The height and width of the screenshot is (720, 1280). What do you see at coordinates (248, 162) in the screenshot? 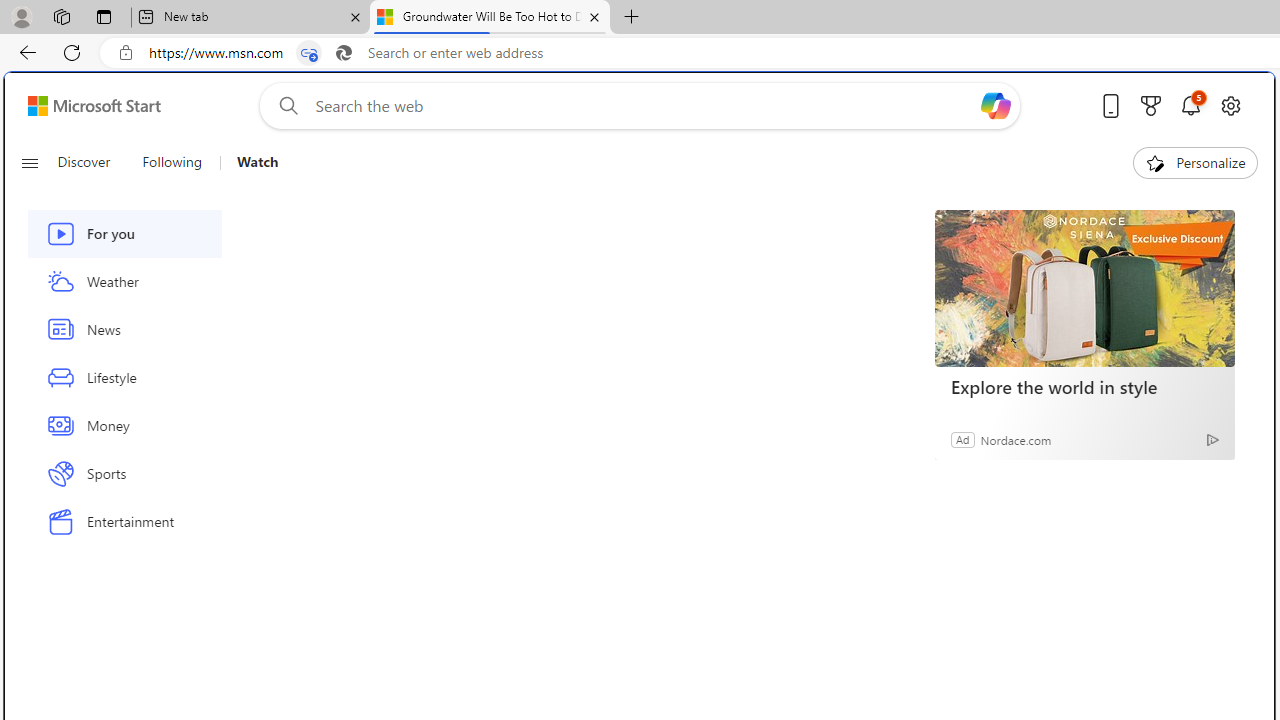
I see `'Watch'` at bounding box center [248, 162].